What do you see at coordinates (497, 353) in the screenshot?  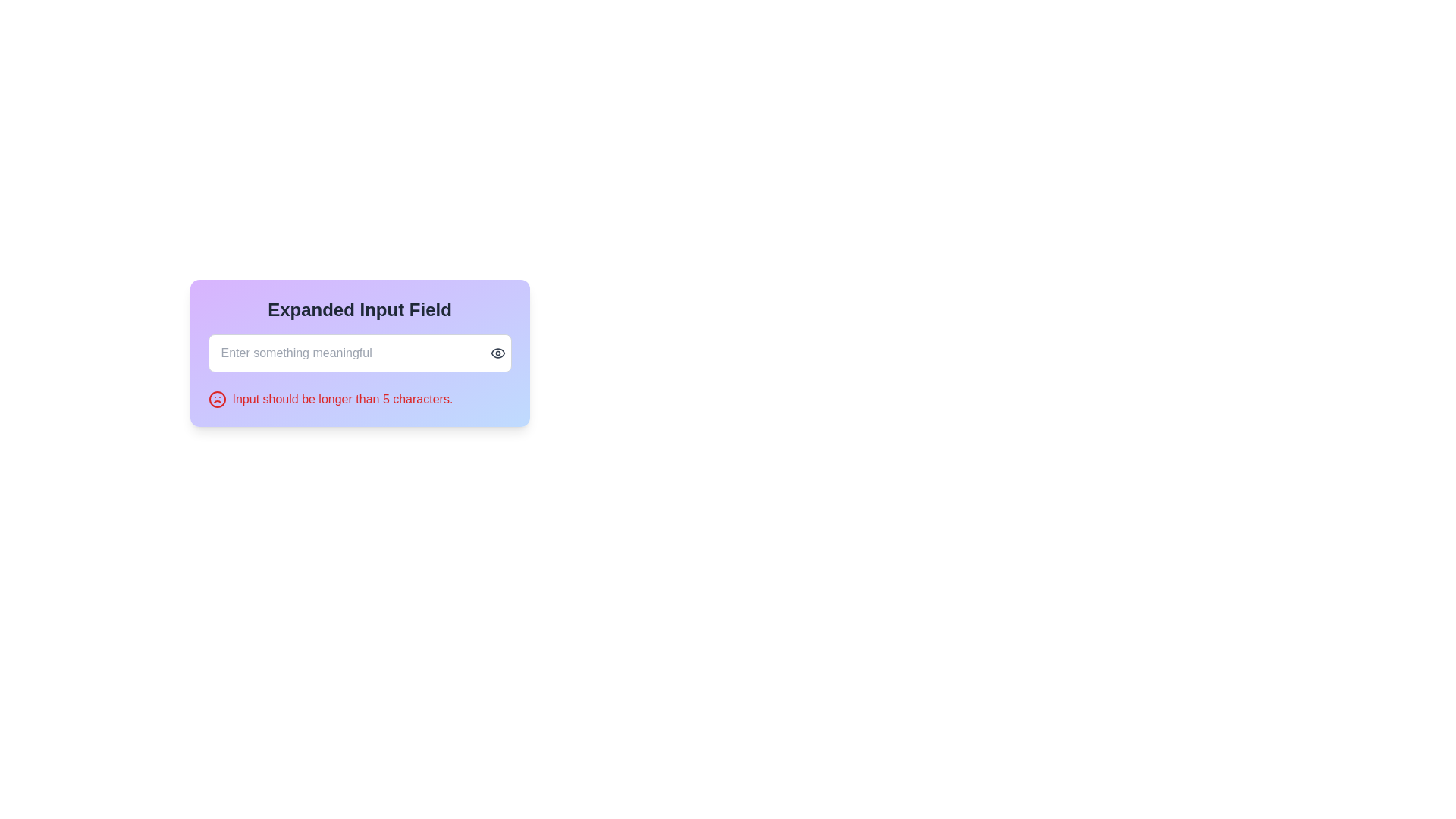 I see `the eye icon located at the right side of the text input field labeled 'Enter something meaningful'` at bounding box center [497, 353].